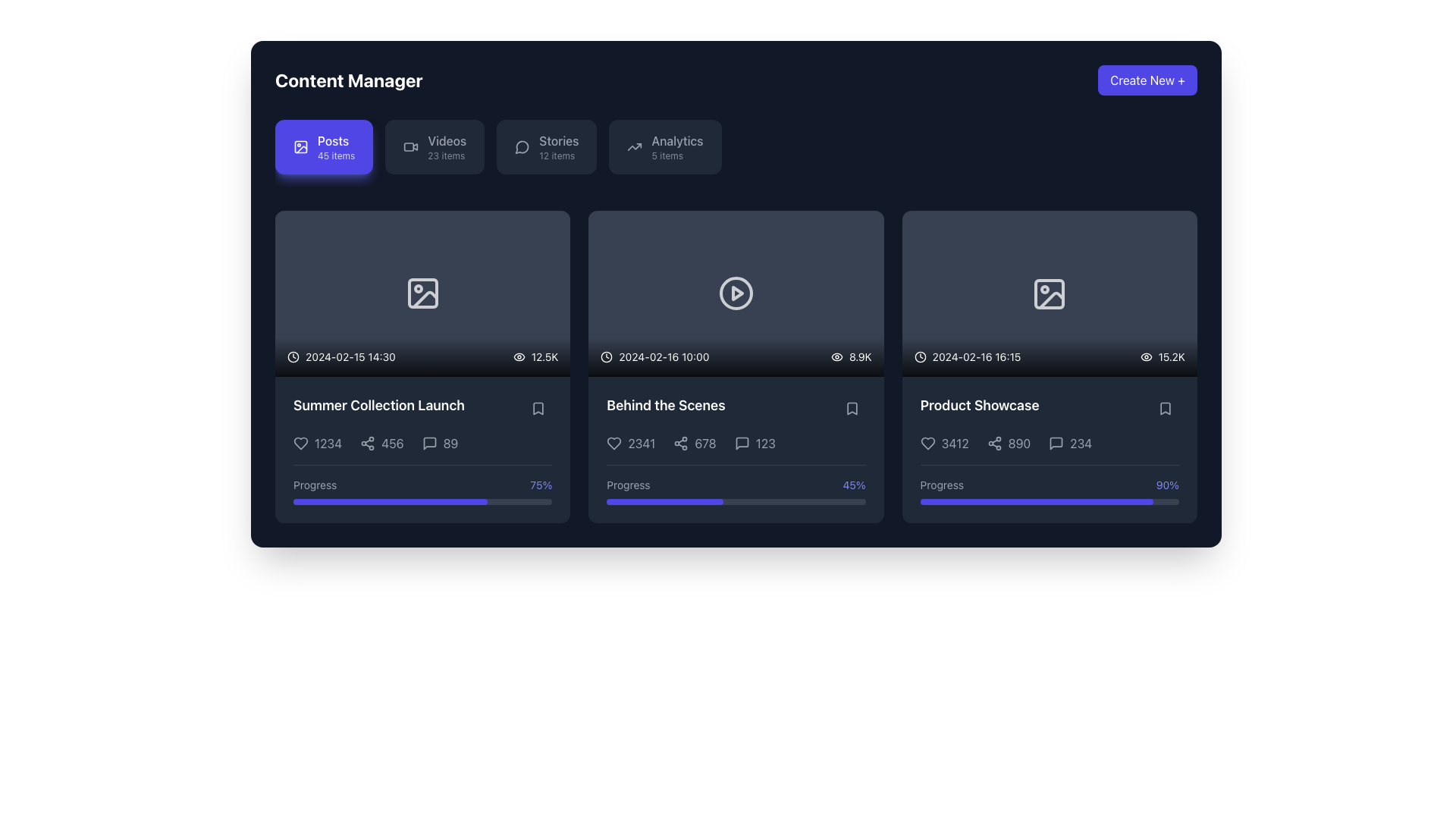 Image resolution: width=1456 pixels, height=819 pixels. I want to click on the Text and icon combination displaying '123' with a speech bubble icon, located in the bottom section of the 'Behind the Scenes' card, so click(755, 443).